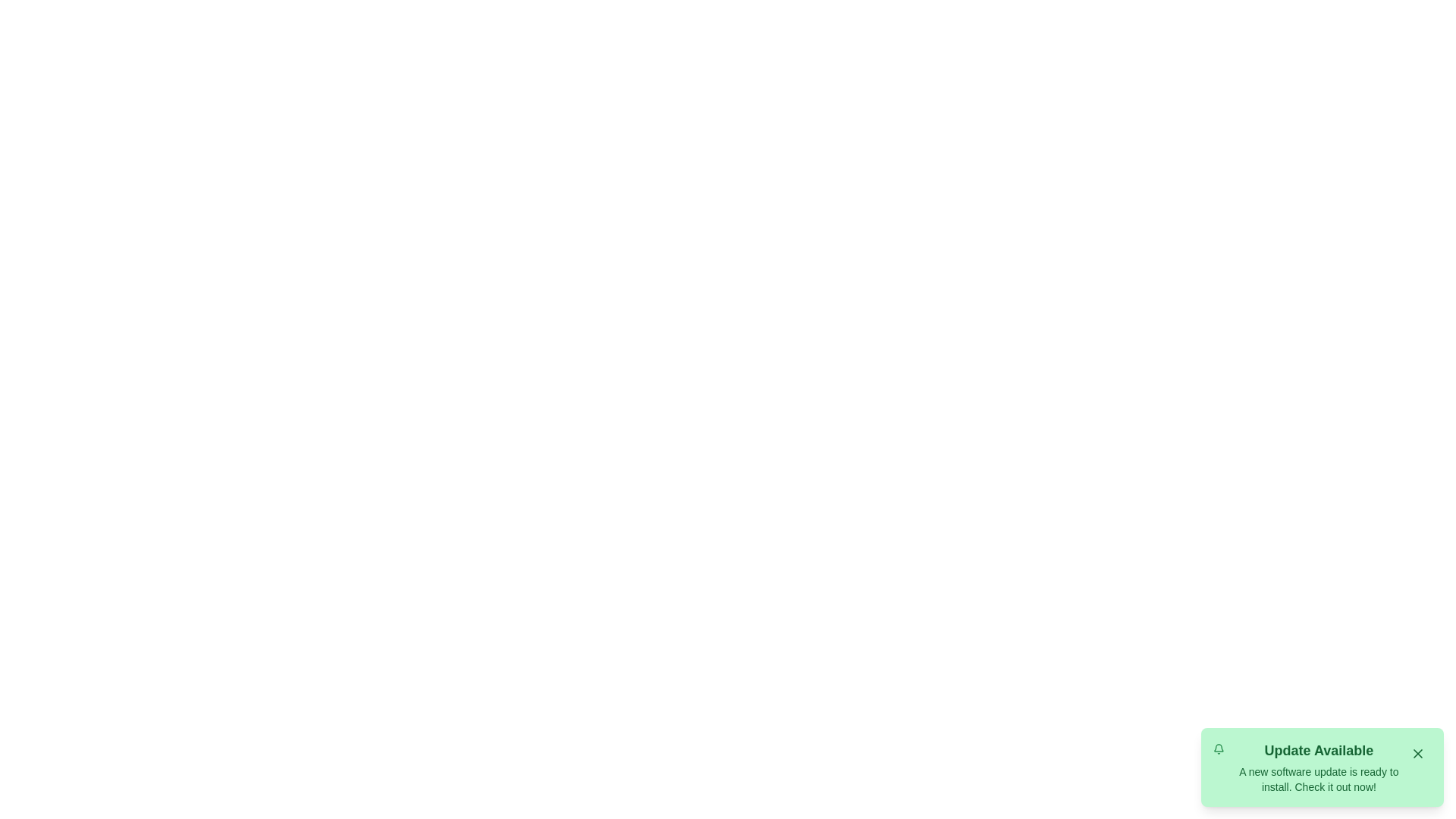 The height and width of the screenshot is (819, 1456). Describe the element at coordinates (1318, 780) in the screenshot. I see `text content area displaying the message 'A new software update is ready to install. Check it out now!', which is styled with a light green background and located below the 'Update Available' heading in the notification box` at that location.